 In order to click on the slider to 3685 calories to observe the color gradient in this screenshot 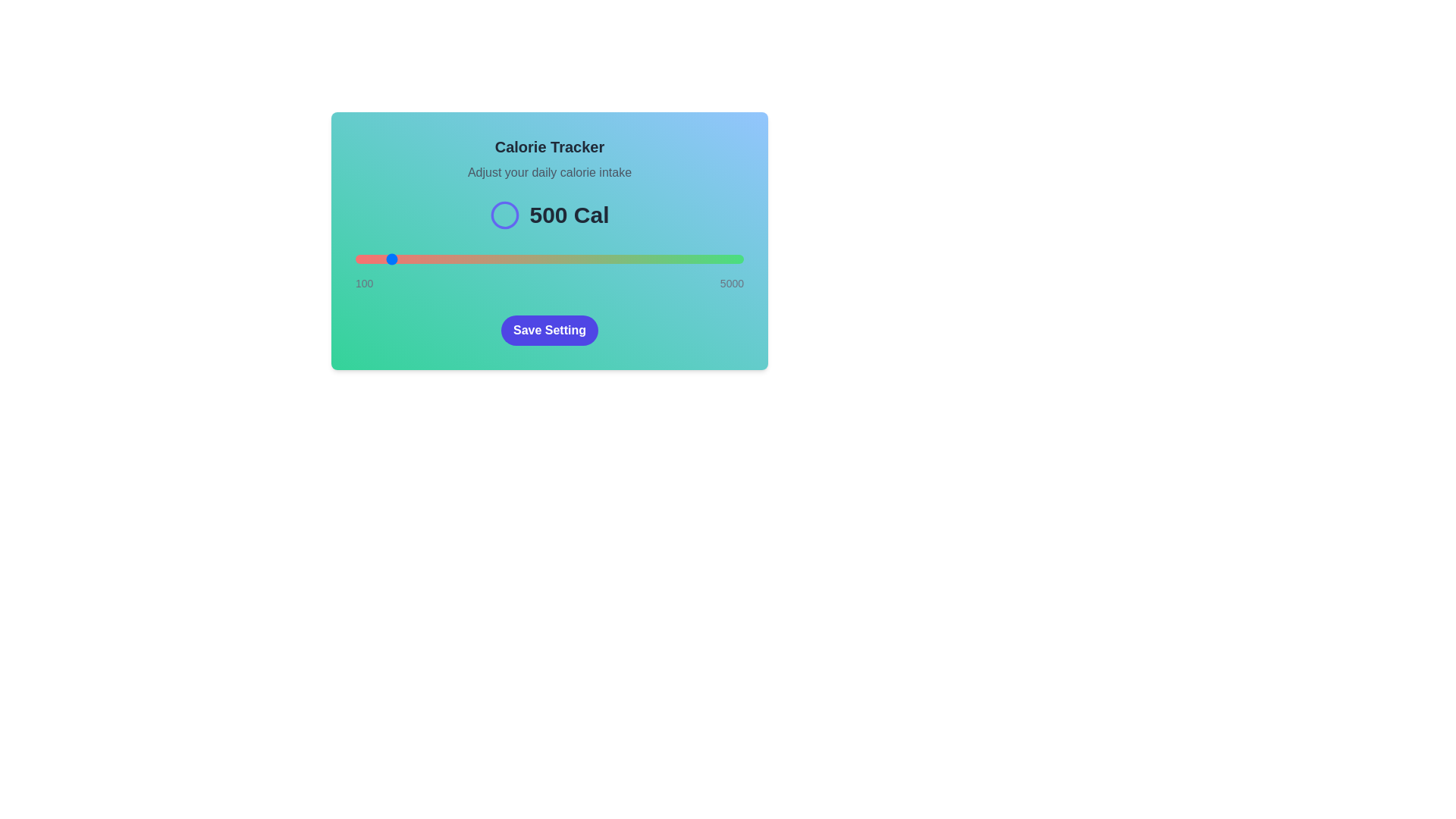, I will do `click(639, 259)`.